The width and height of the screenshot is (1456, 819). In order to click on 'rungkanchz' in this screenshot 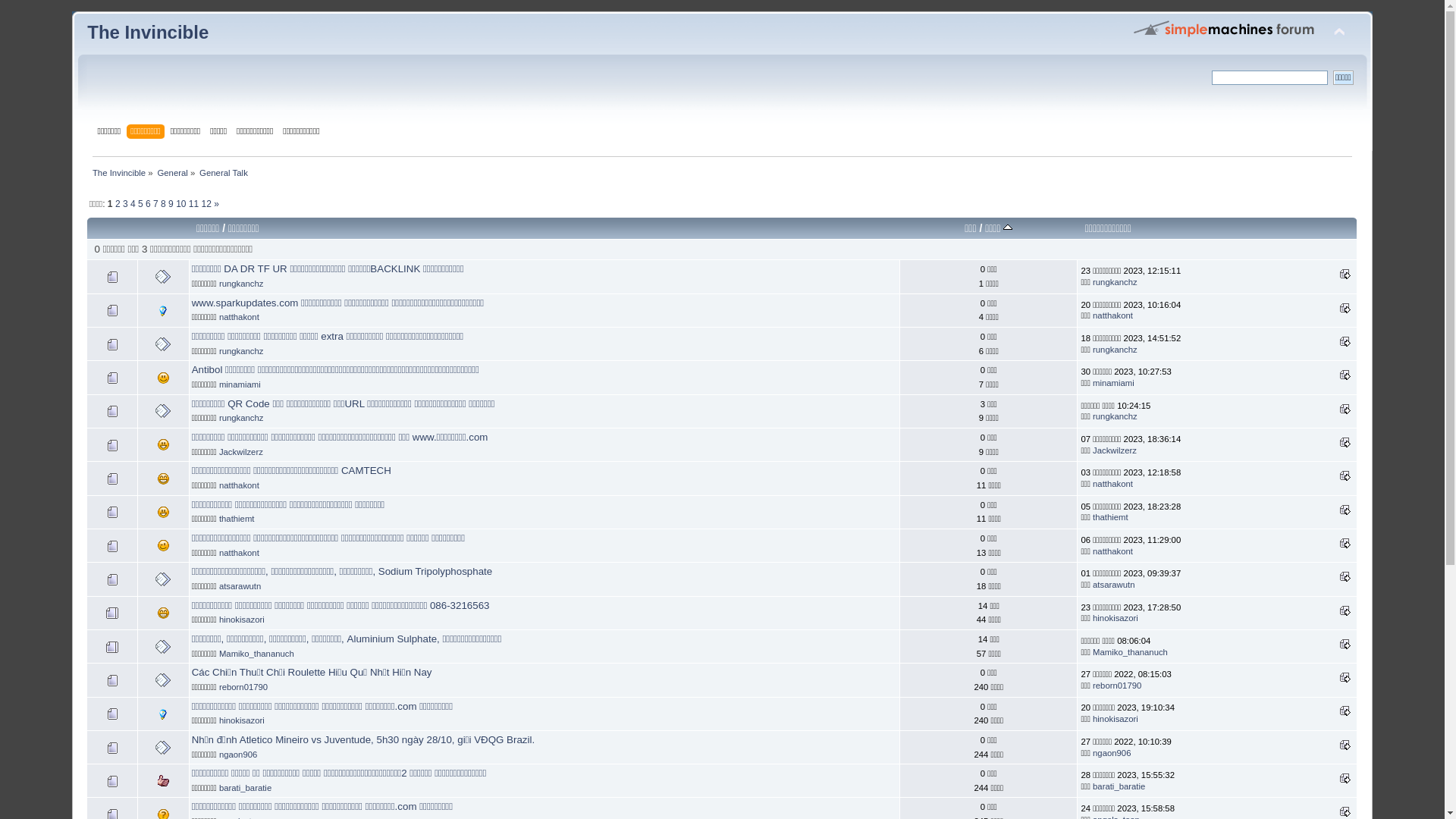, I will do `click(1115, 416)`.